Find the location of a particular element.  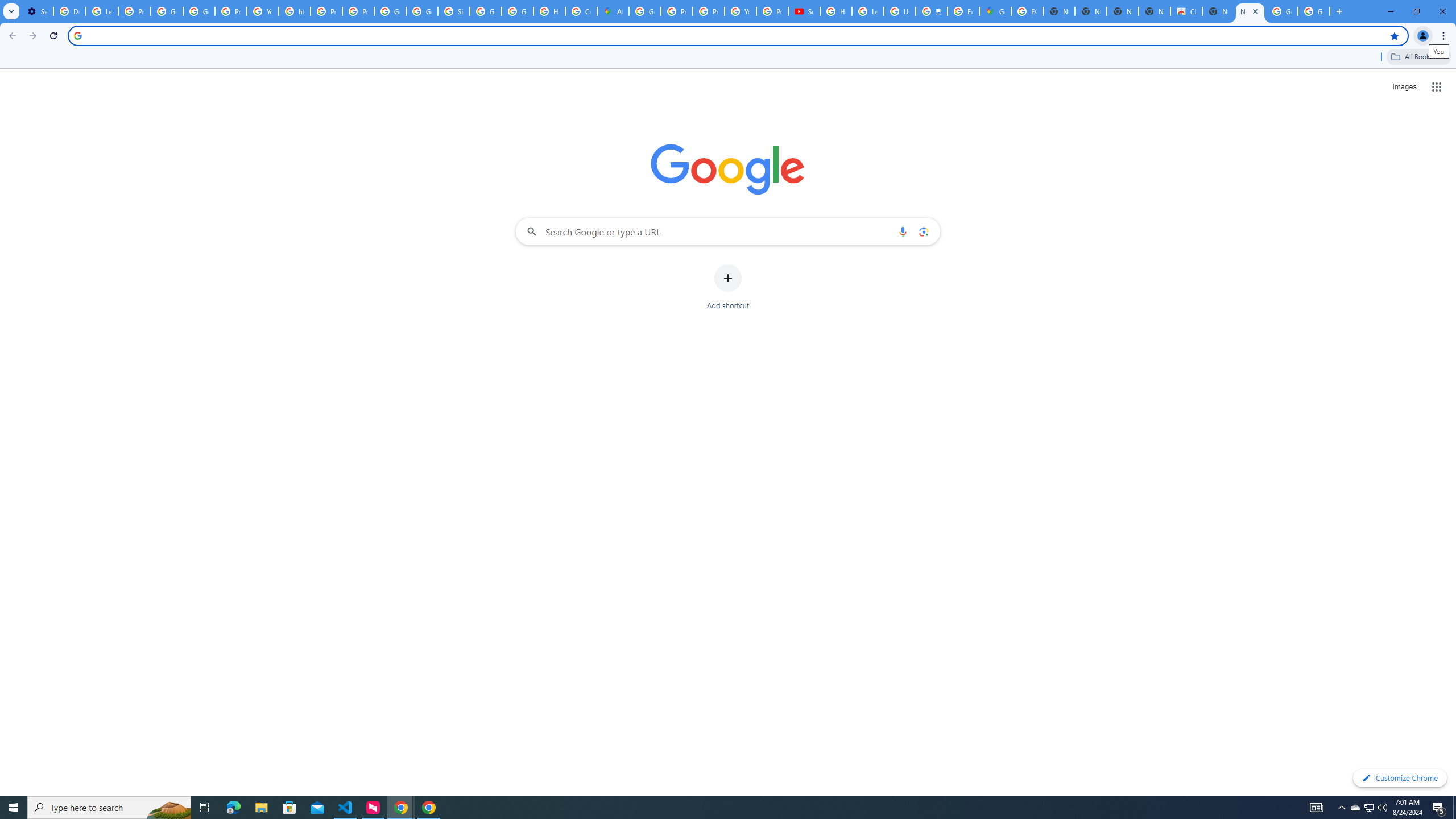

'Privacy Help Center - Policies Help' is located at coordinates (708, 11).